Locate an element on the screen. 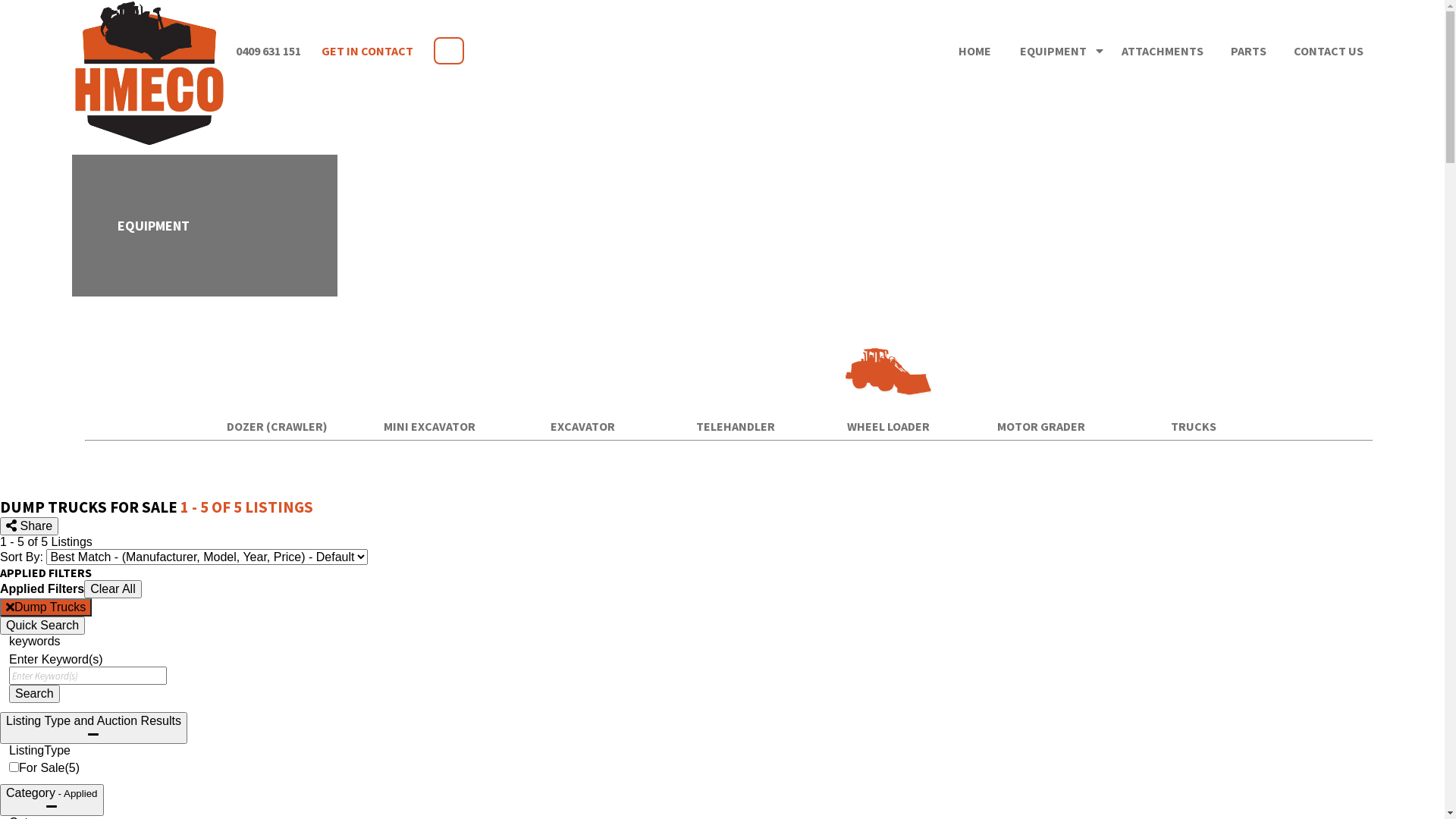 The width and height of the screenshot is (1456, 819). 'TRUCKS' is located at coordinates (1193, 426).